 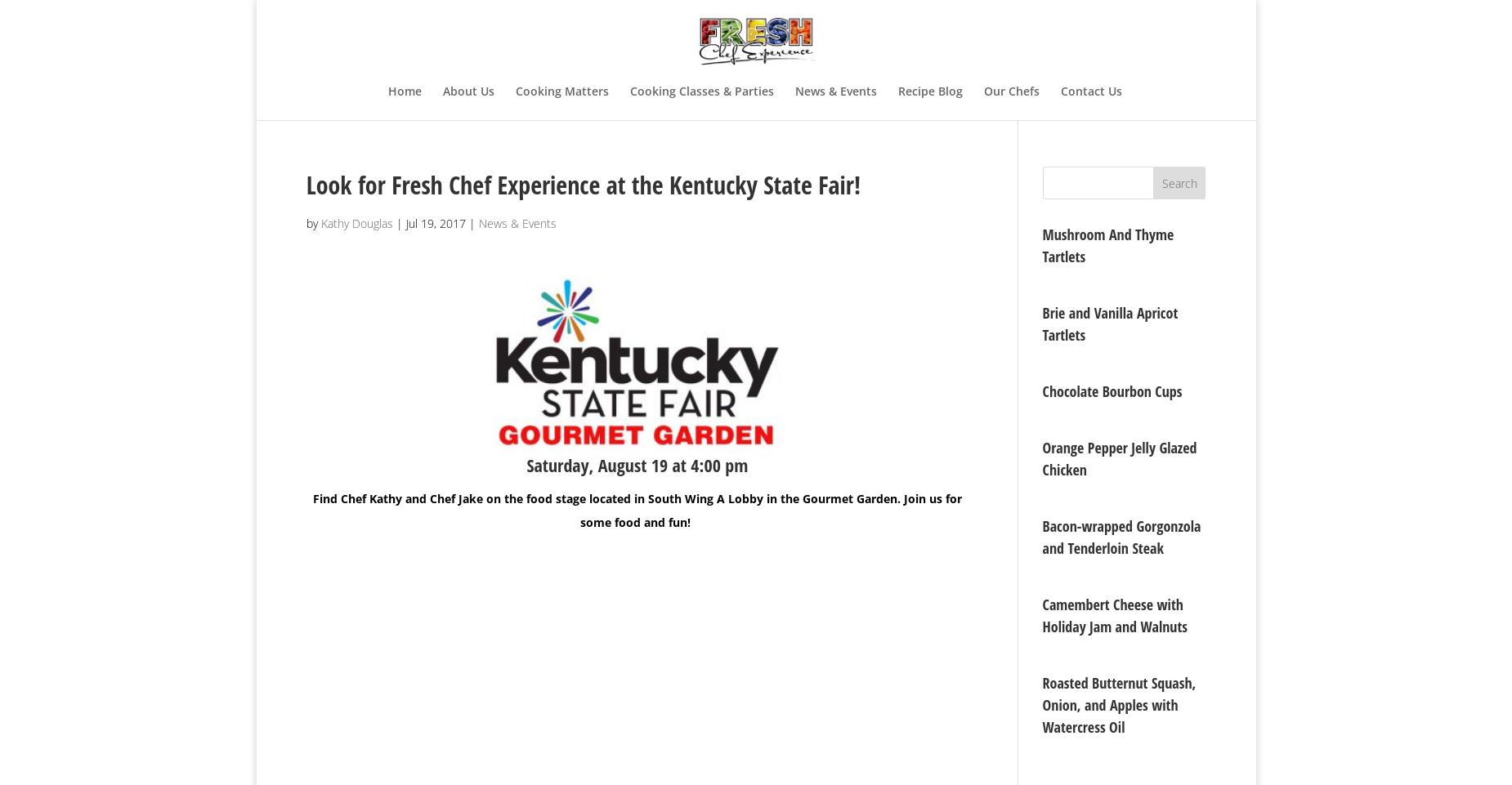 What do you see at coordinates (701, 90) in the screenshot?
I see `'Cooking Classes & Parties'` at bounding box center [701, 90].